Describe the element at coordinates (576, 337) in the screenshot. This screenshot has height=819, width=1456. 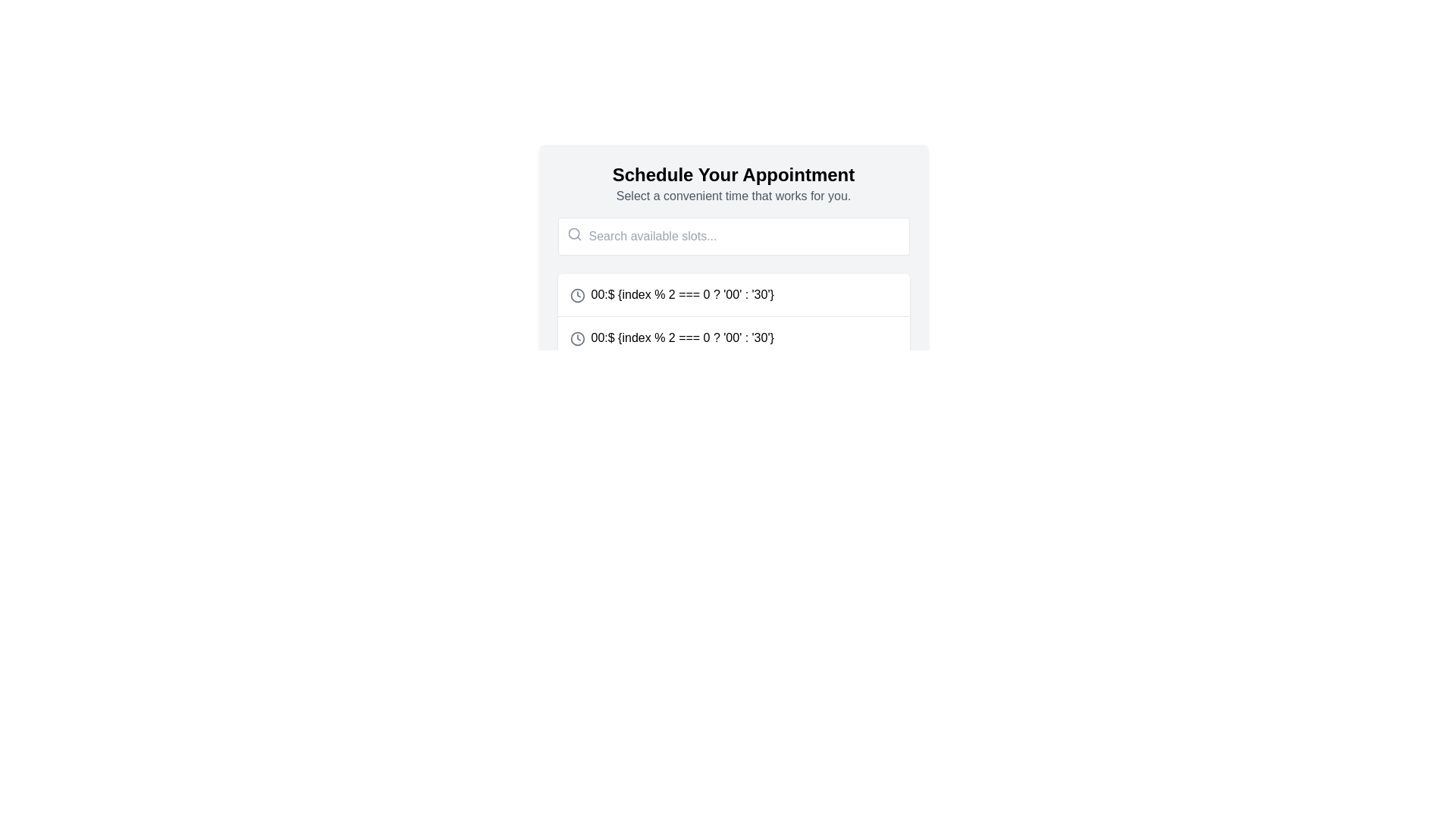
I see `the circular border component of the clock icon, which is used for time slot selection, located to the left of the second time slot` at that location.